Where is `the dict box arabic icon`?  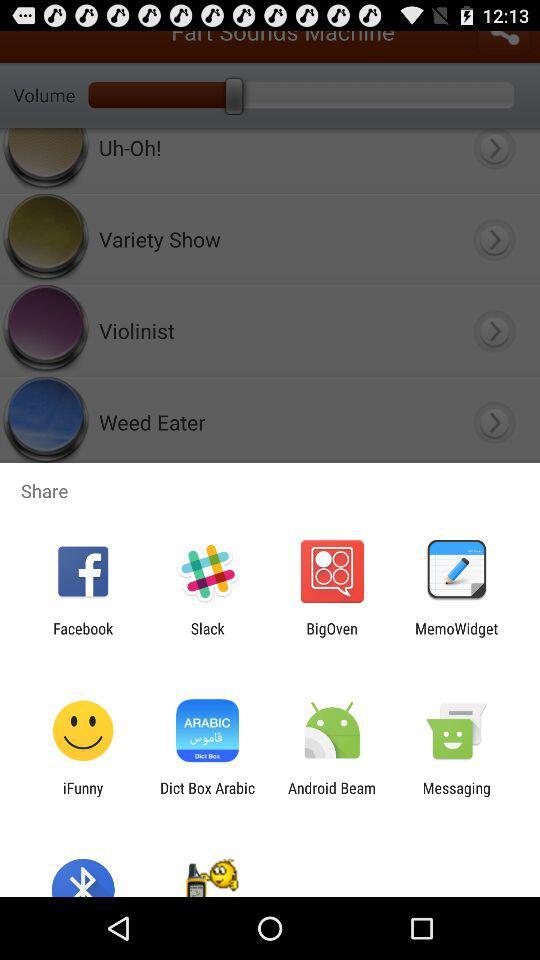 the dict box arabic icon is located at coordinates (206, 796).